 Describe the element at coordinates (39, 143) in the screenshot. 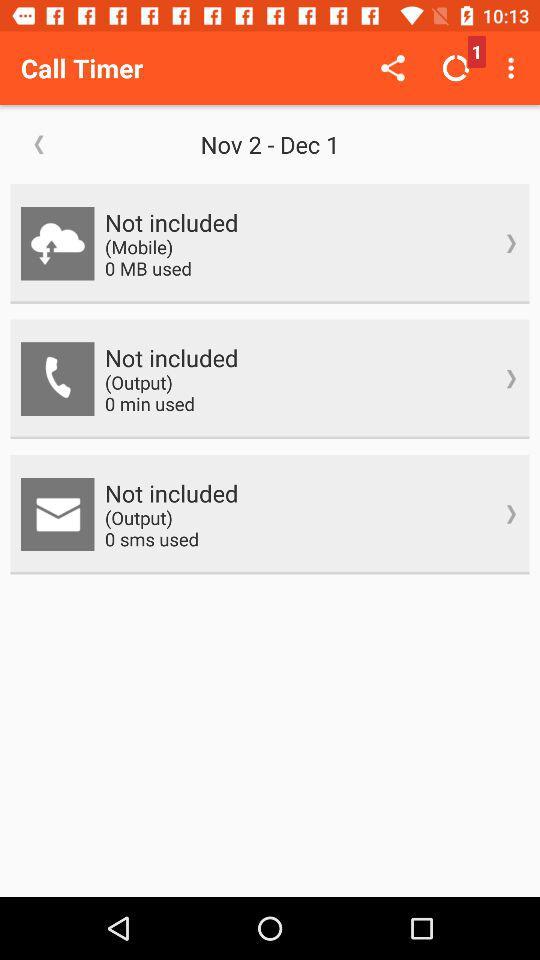

I see `item next to the nov 2 dec item` at that location.